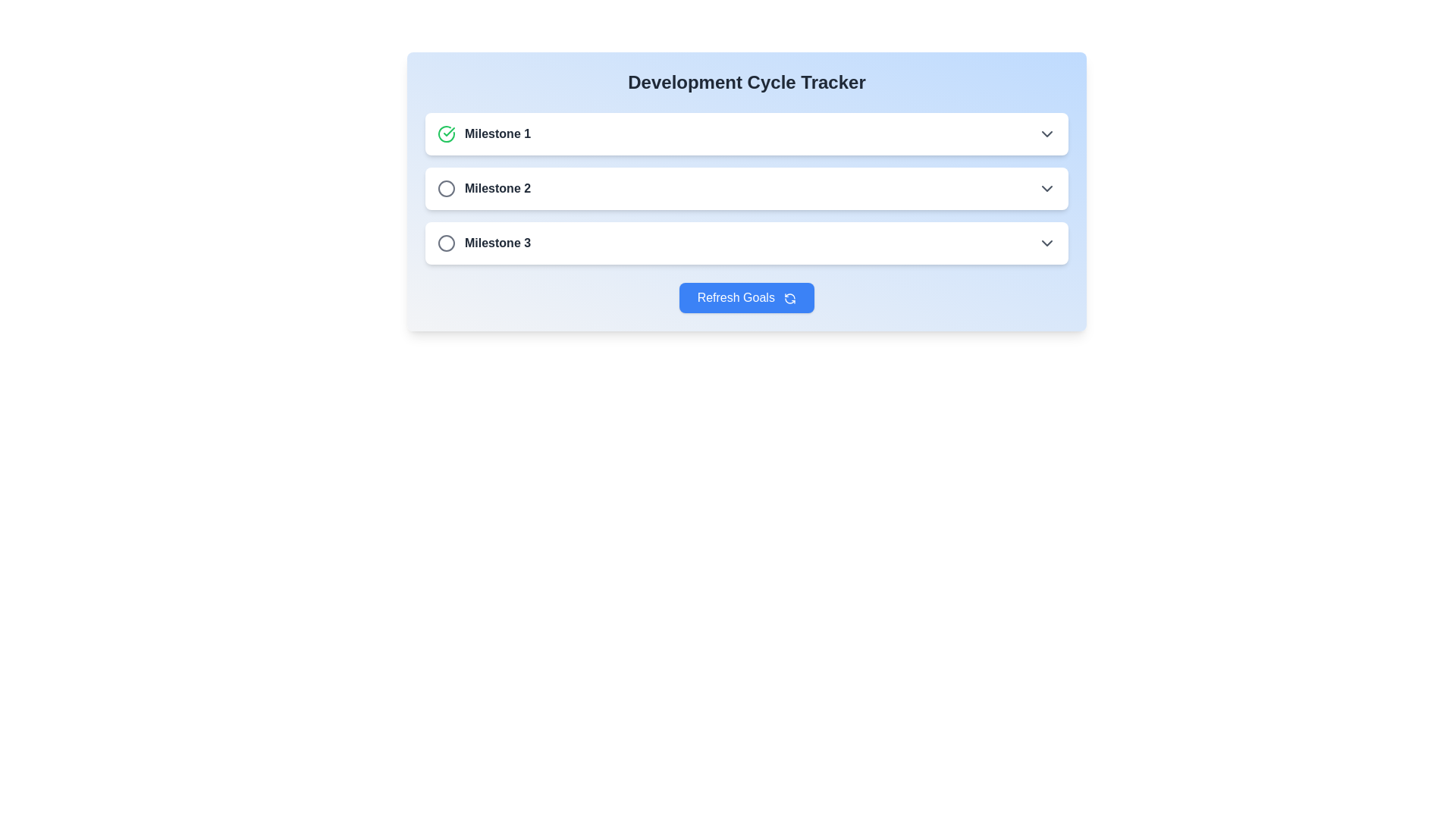 This screenshot has width=1456, height=819. I want to click on the list item with a dropdown representing 'Milestone 3' in the Development Cycle Tracker, so click(746, 242).